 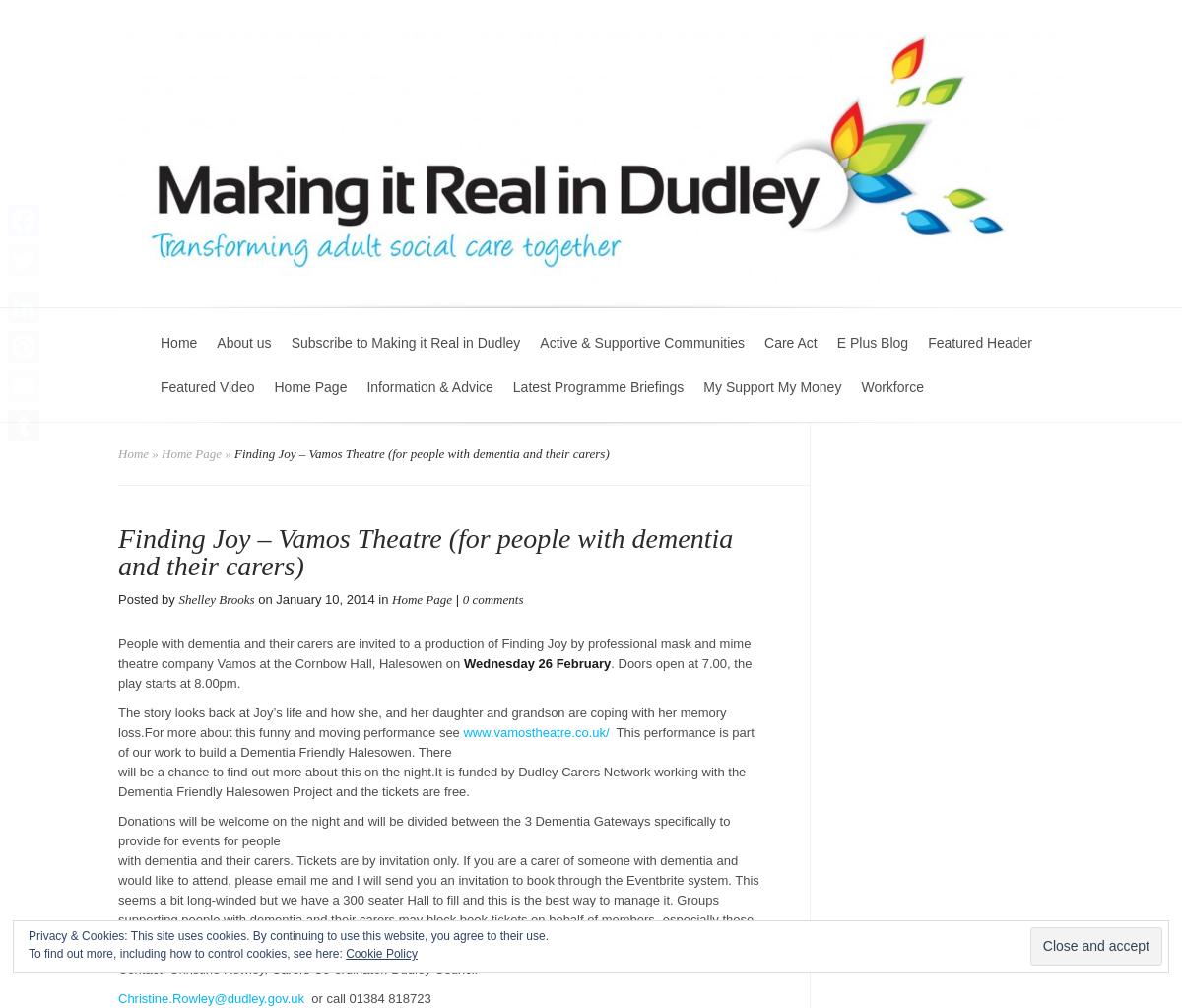 What do you see at coordinates (434, 672) in the screenshot?
I see `'. Doors open at 7.00, the play starts at 8.00pm.'` at bounding box center [434, 672].